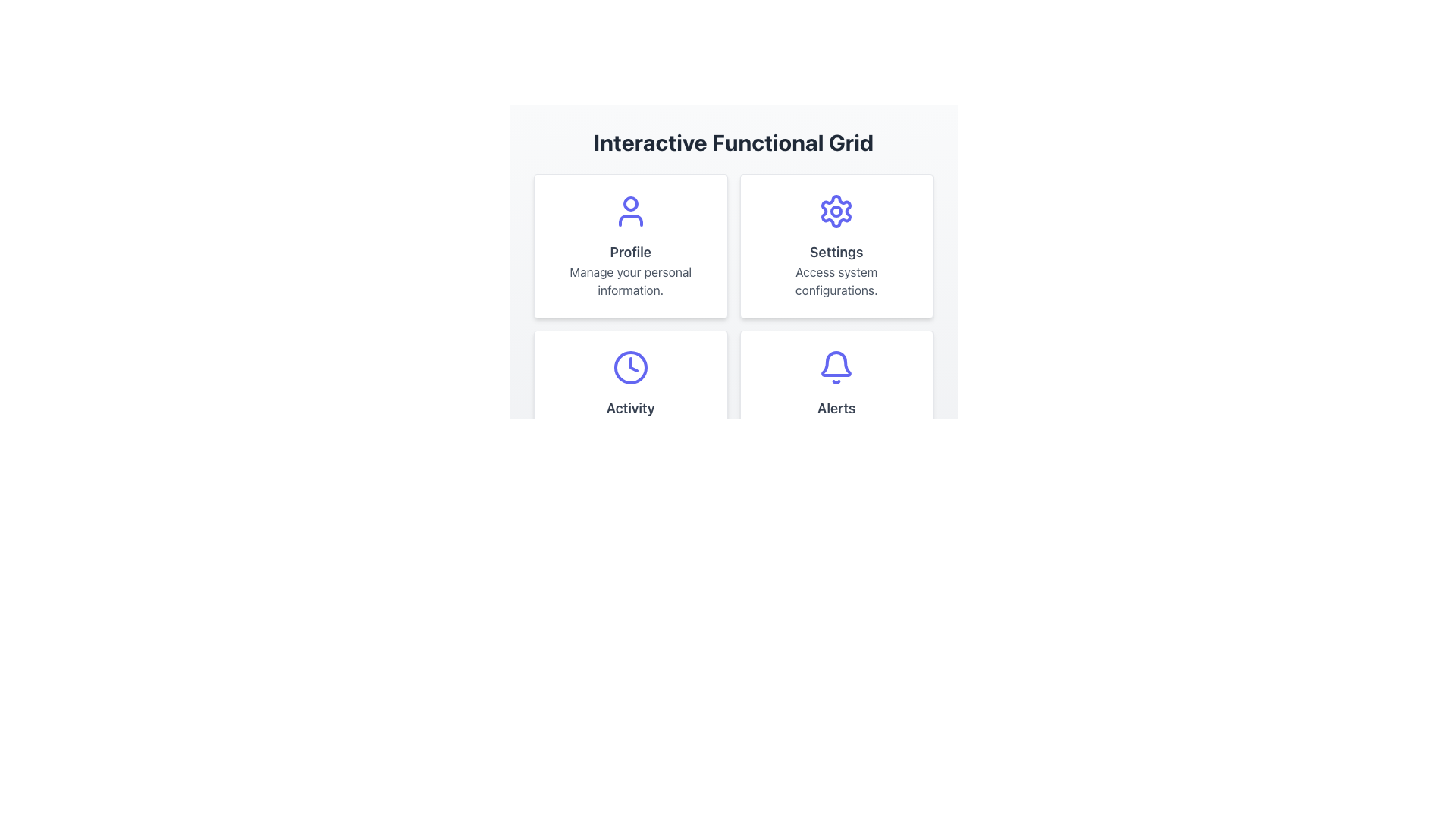 The width and height of the screenshot is (1456, 819). I want to click on the 'Activity' icon located in the bottom-left section of the grid, which signifies recent interactions or activities, so click(630, 368).